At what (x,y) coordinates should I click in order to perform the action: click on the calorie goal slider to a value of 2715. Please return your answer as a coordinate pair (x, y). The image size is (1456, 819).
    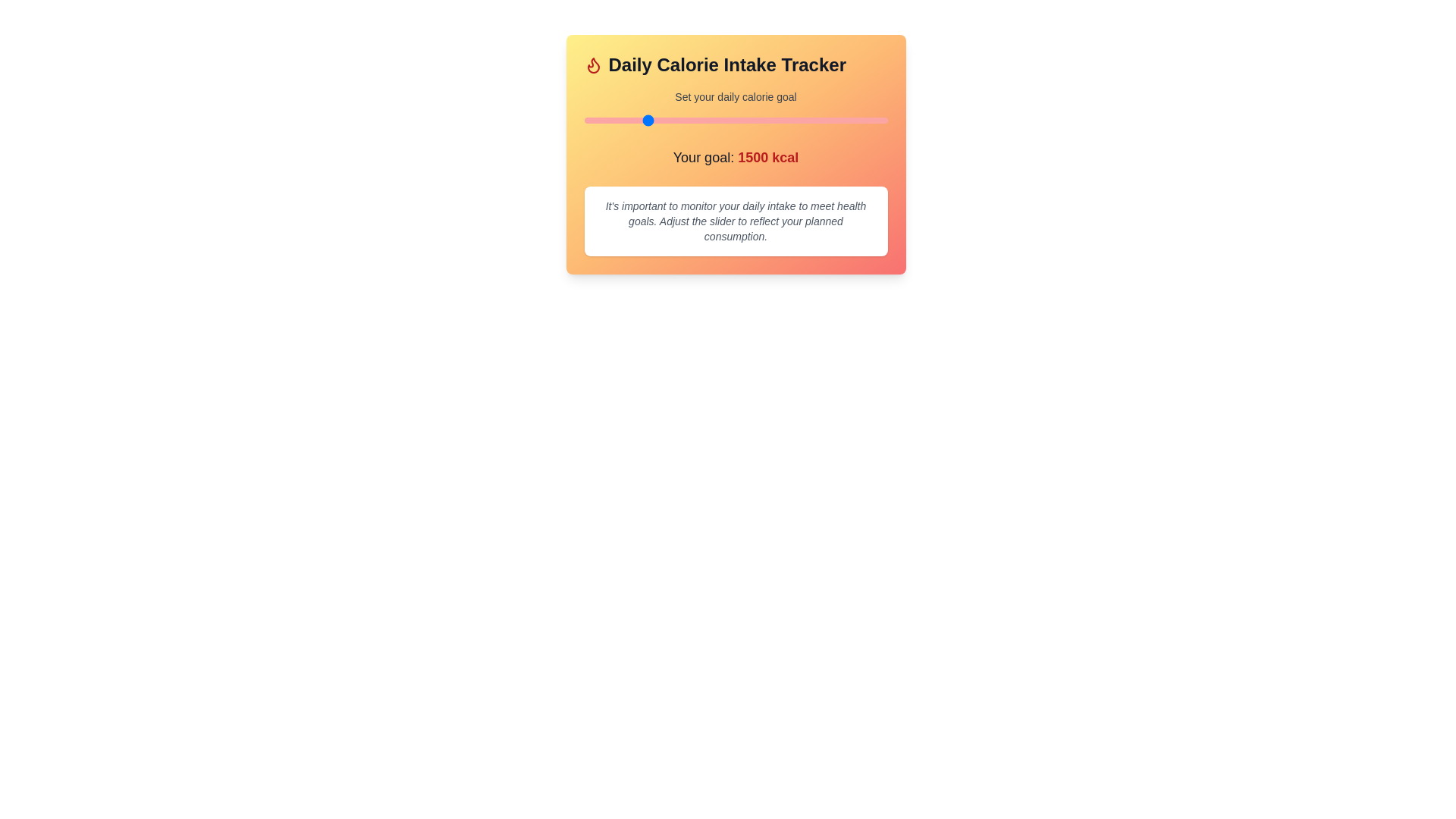
    Looking at the image, I should click on (791, 119).